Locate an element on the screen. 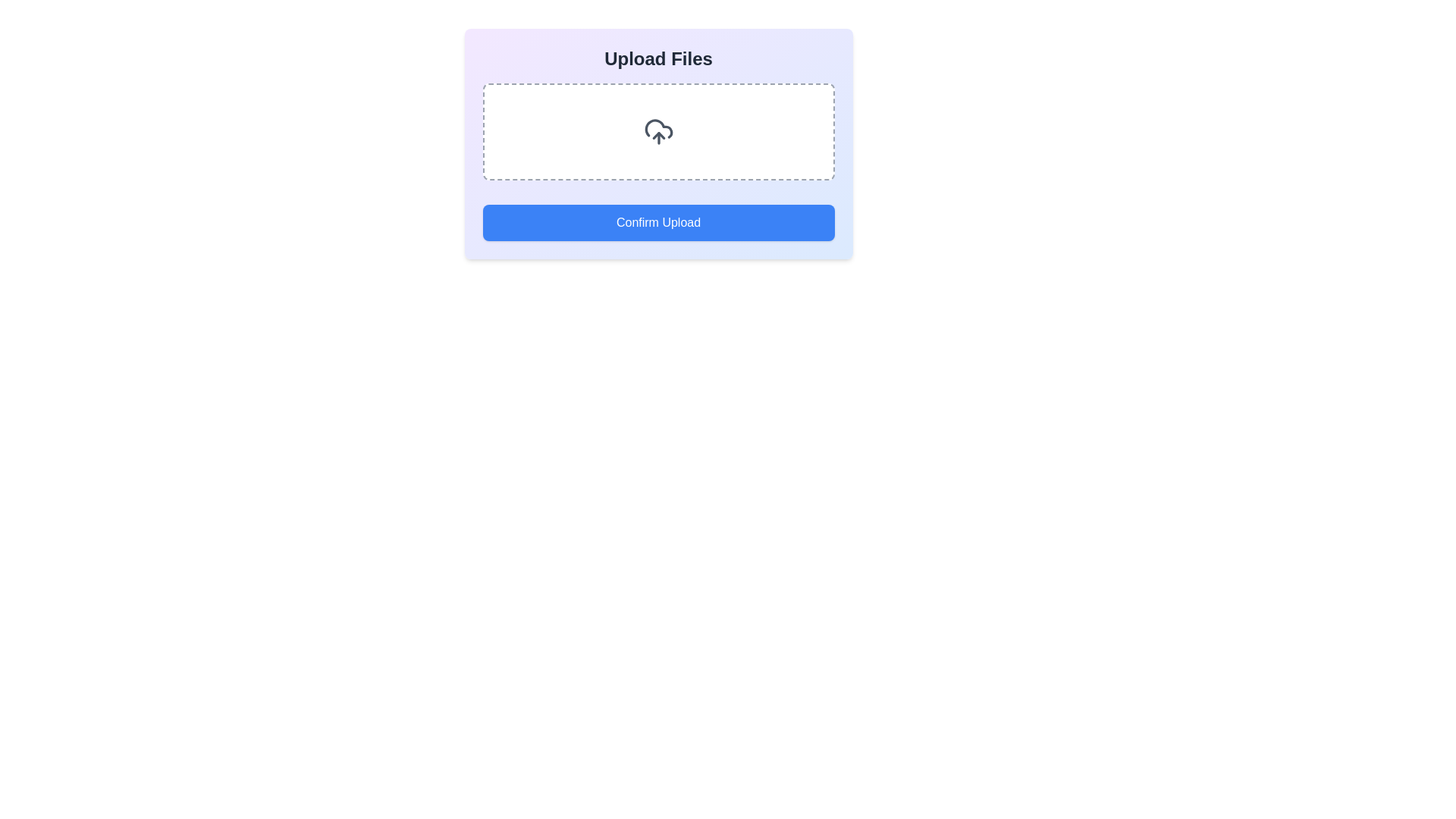 This screenshot has height=819, width=1456. the Upload area (drag-and-drop zone) located centrally below the 'Upload Files' title and above the 'Confirm Upload' button to indicate it is interactive is located at coordinates (658, 130).